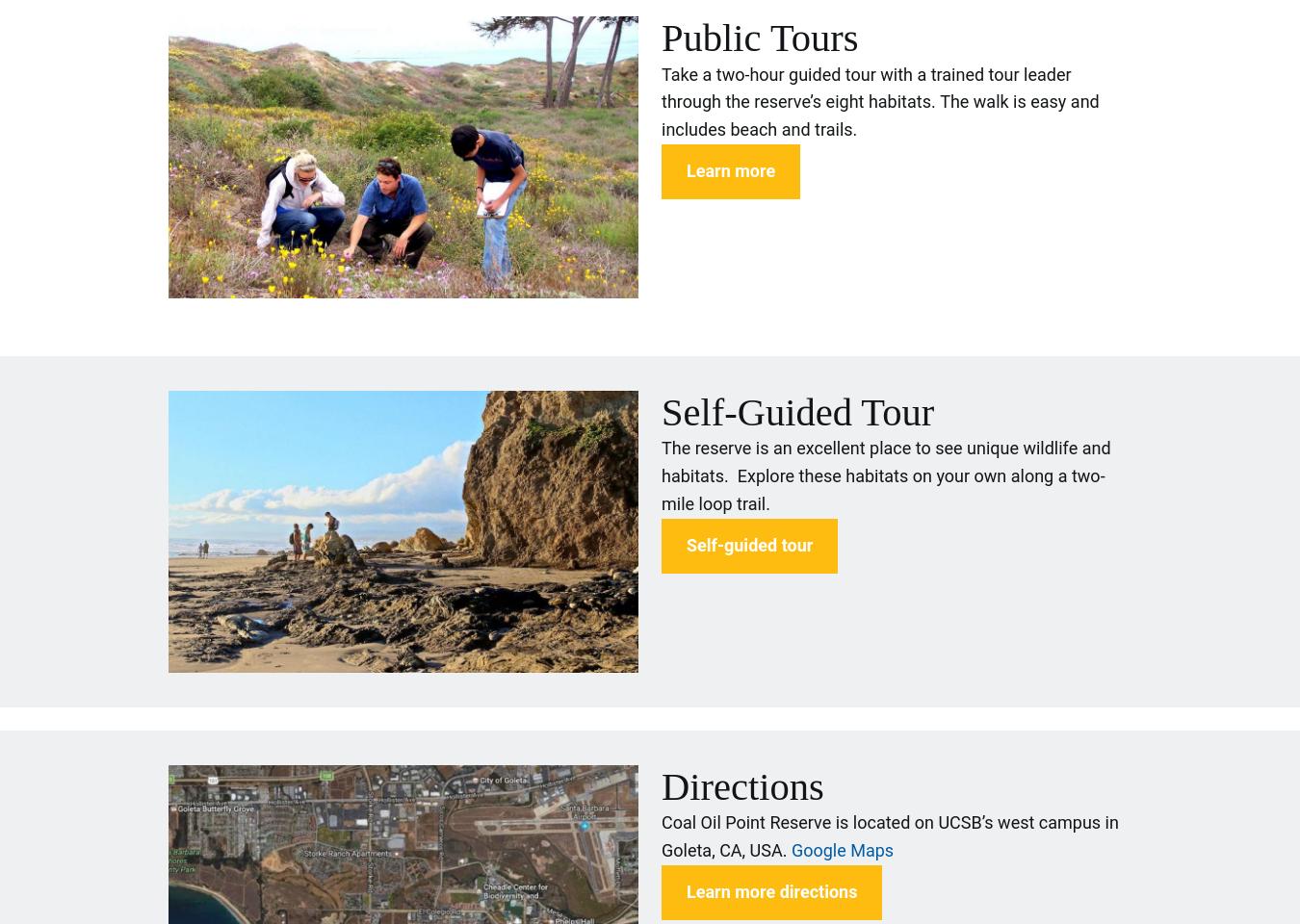  I want to click on 'Public Tours', so click(759, 36).